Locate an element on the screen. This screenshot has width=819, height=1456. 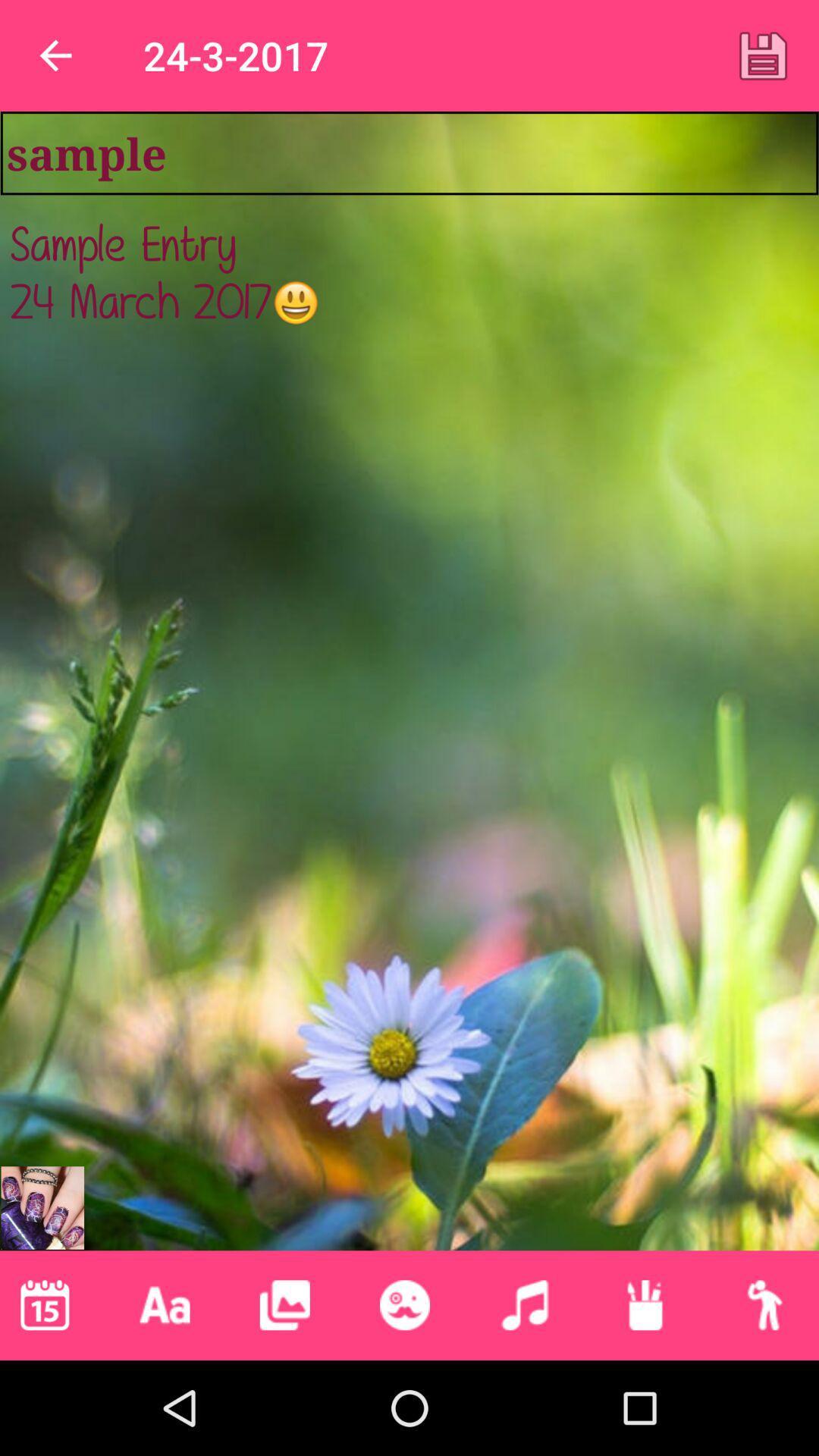
item below sample entry 24 icon is located at coordinates (284, 1304).